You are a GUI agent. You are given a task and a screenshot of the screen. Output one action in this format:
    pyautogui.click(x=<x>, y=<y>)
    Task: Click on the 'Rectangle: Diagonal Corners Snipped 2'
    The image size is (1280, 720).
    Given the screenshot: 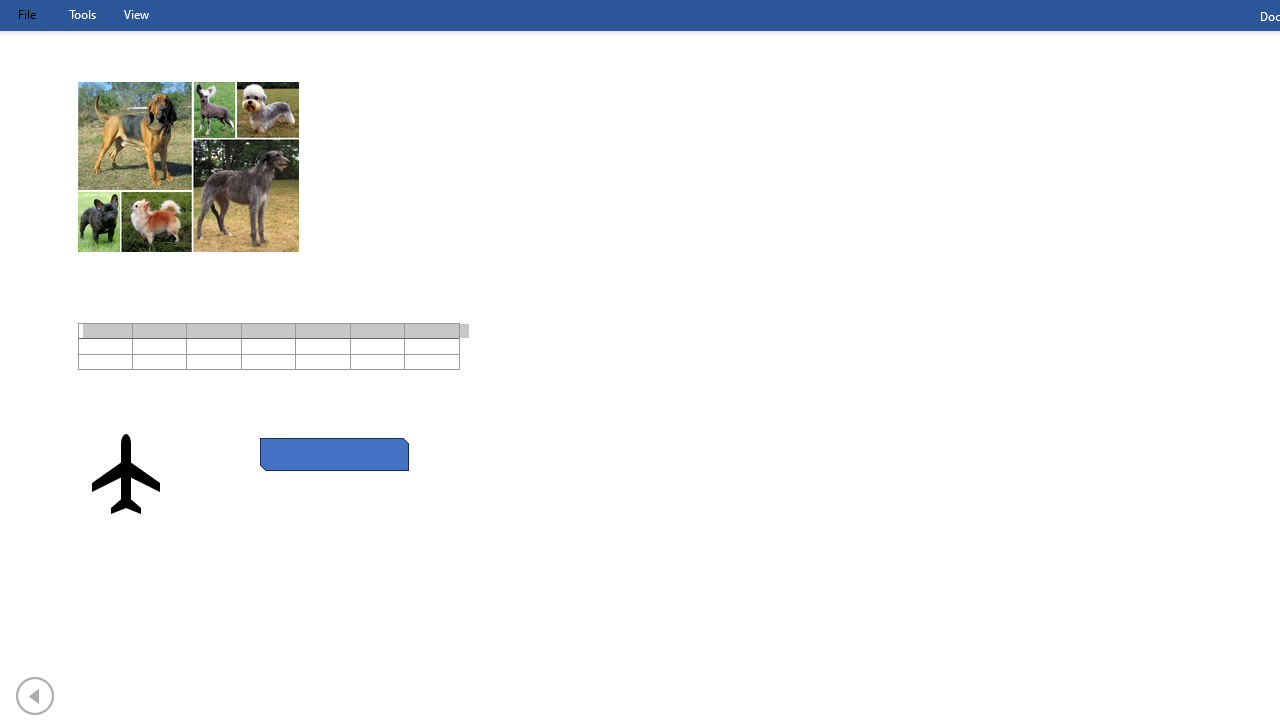 What is the action you would take?
    pyautogui.click(x=334, y=454)
    